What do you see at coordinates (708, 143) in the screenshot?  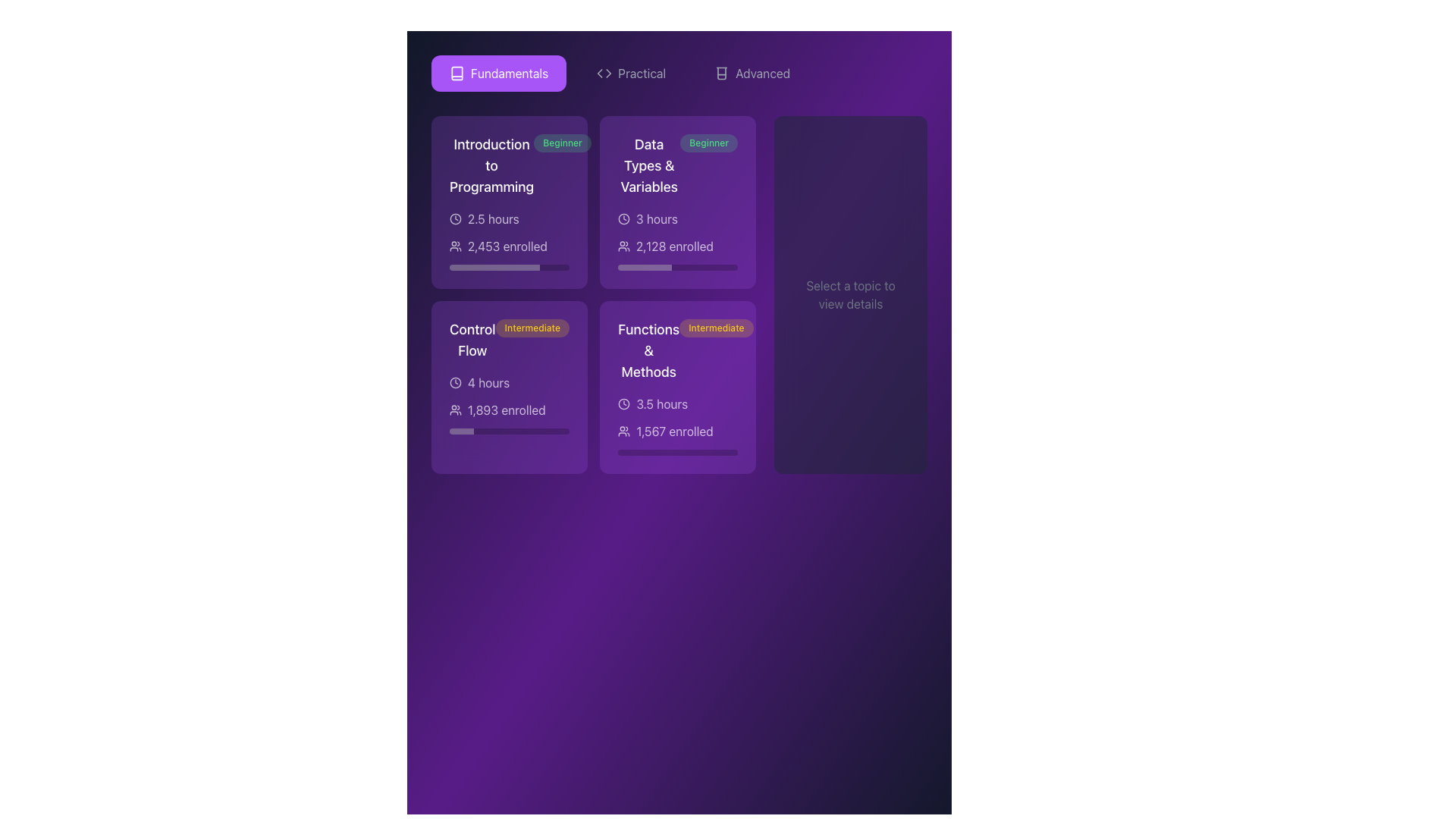 I see `the 'Beginner' difficulty badge located to the right of the 'Data Types & Variables' heading in the fixed layout panel` at bounding box center [708, 143].